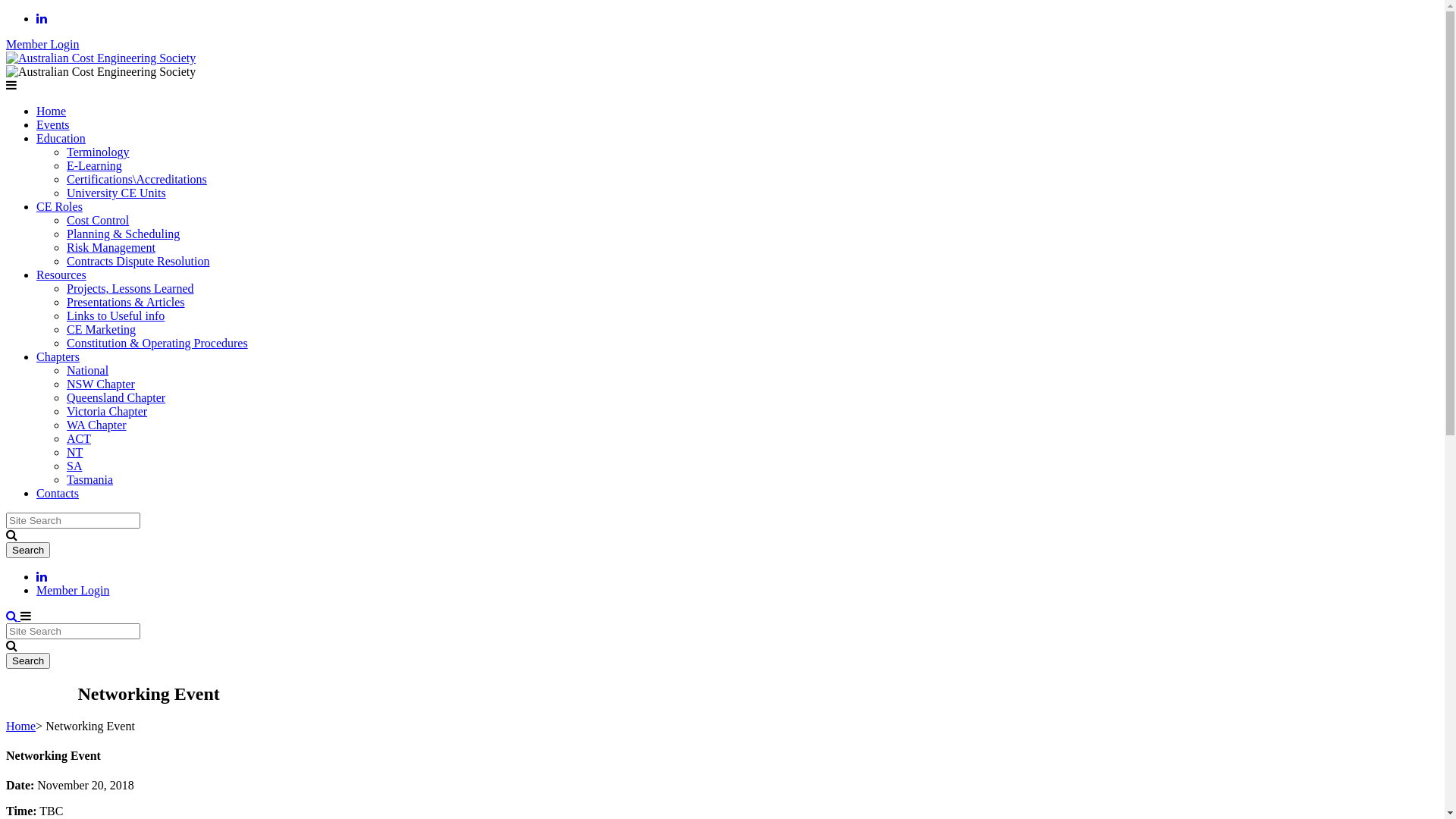 This screenshot has height=819, width=1456. Describe the element at coordinates (65, 302) in the screenshot. I see `'Presentations & Articles'` at that location.